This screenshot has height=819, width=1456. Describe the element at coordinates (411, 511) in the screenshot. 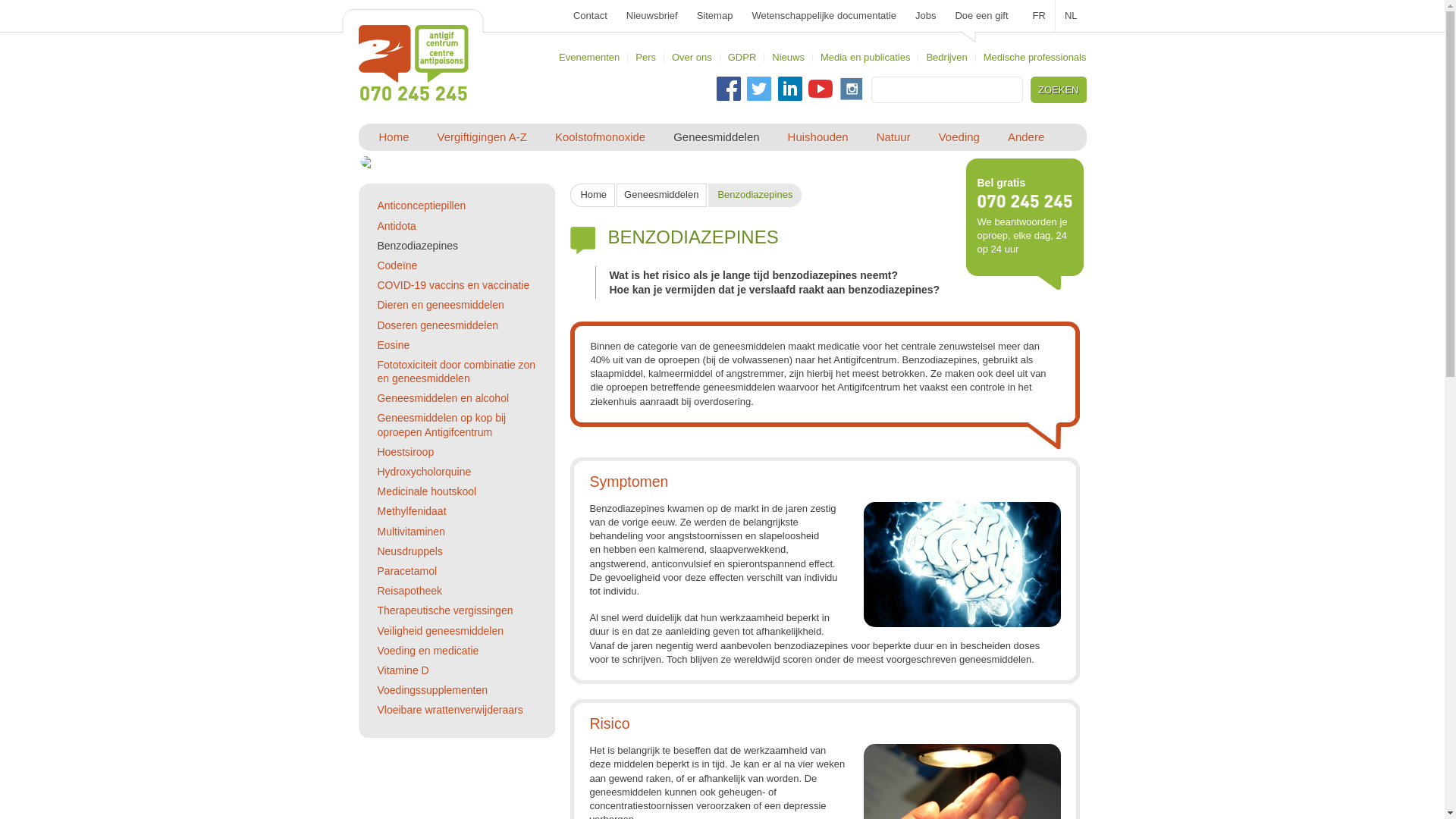

I see `'Methylfenidaat'` at that location.